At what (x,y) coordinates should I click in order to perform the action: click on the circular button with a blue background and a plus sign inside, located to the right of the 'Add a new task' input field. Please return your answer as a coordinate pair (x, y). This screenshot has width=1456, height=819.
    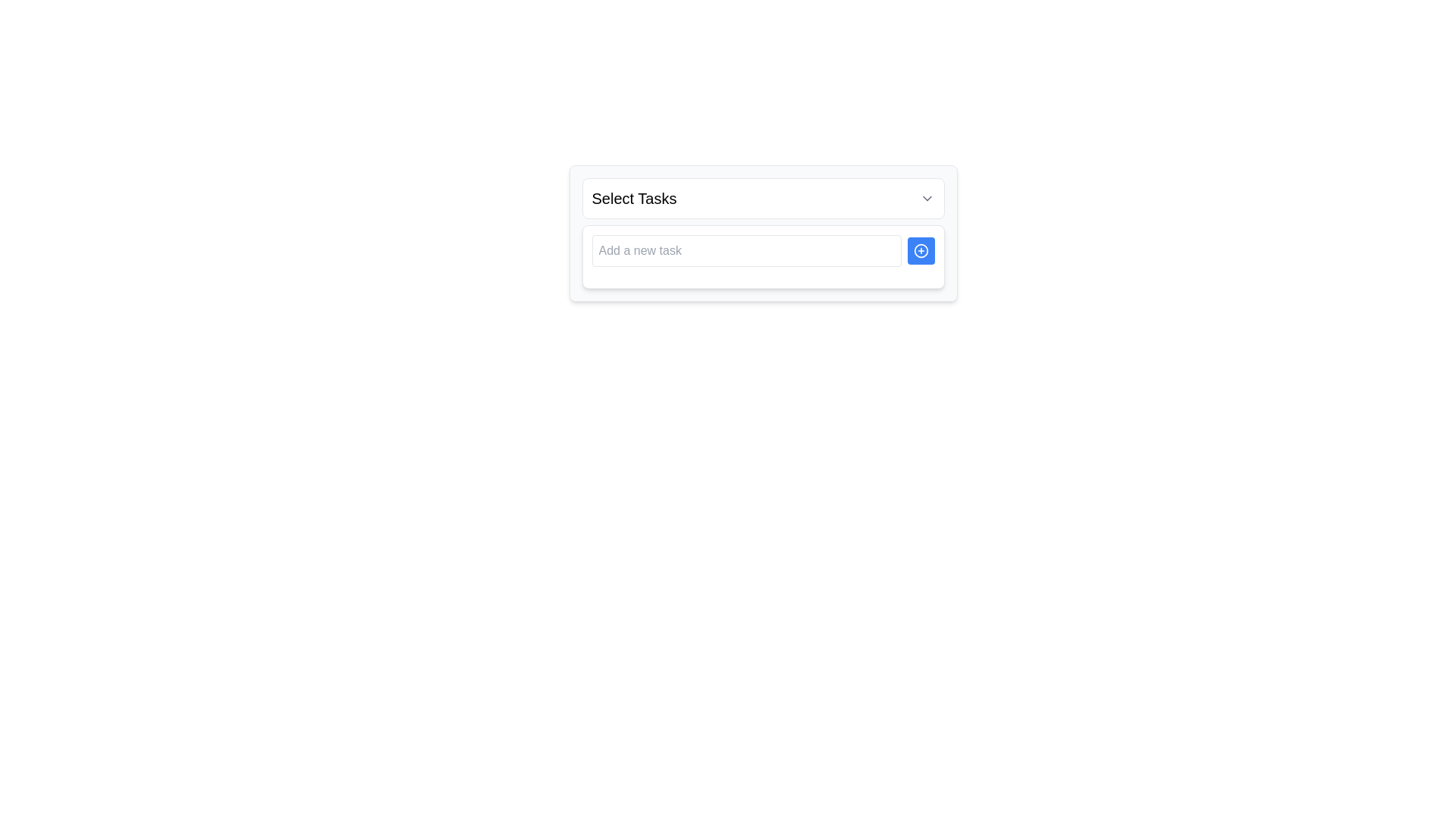
    Looking at the image, I should click on (920, 250).